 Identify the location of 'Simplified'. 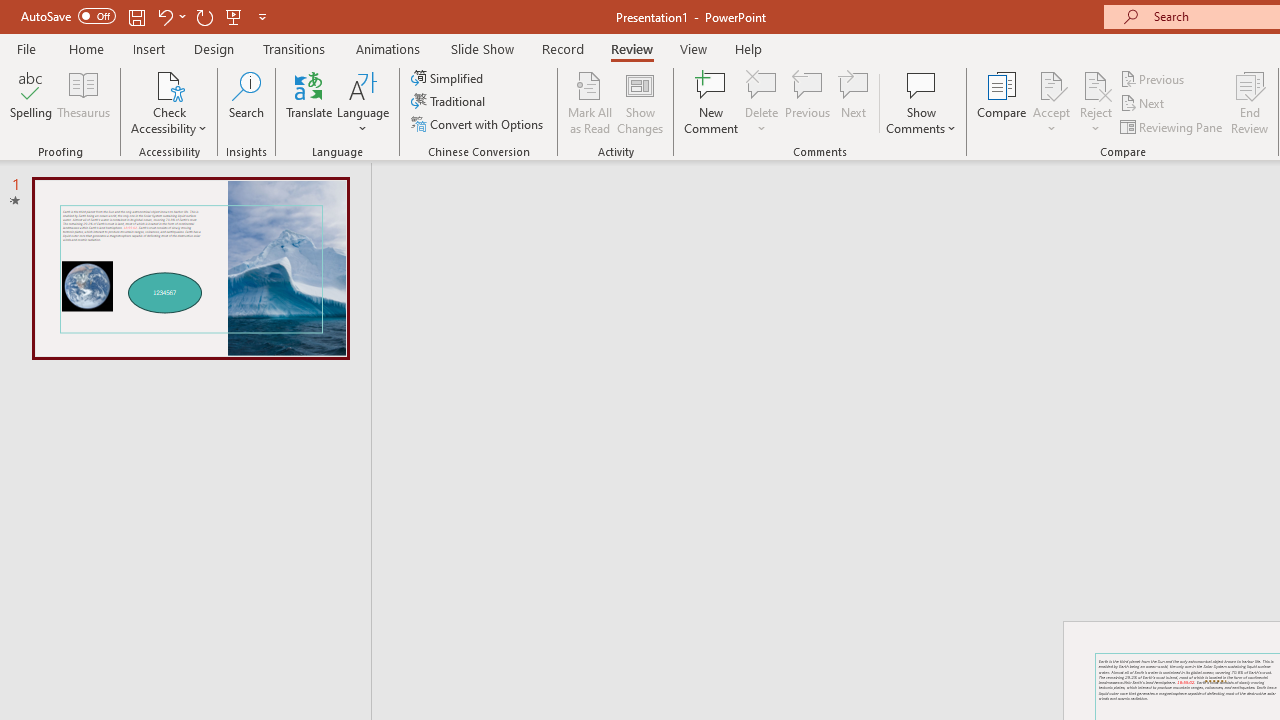
(448, 77).